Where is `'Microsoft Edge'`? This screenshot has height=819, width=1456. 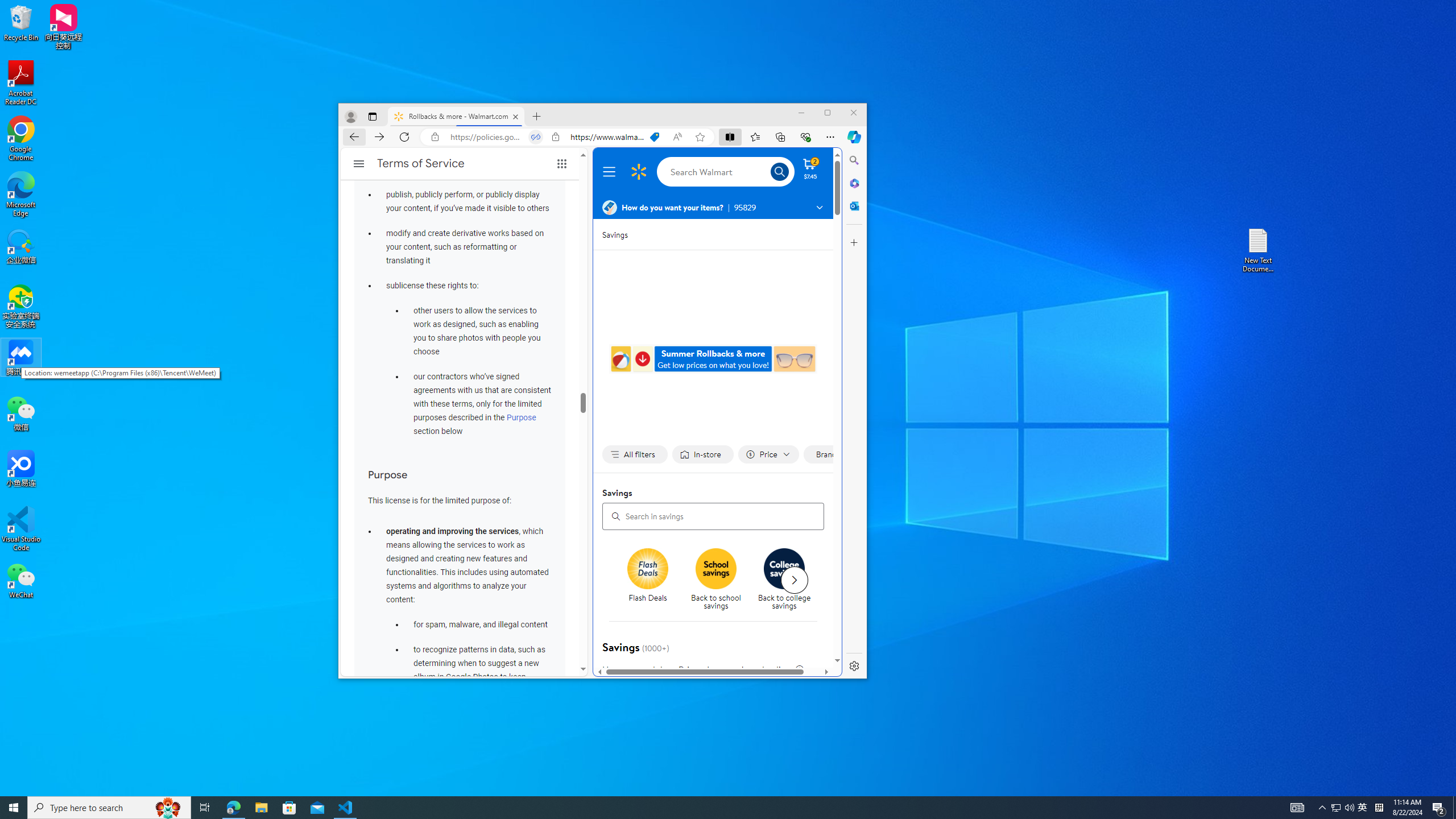 'Microsoft Edge' is located at coordinates (20, 194).